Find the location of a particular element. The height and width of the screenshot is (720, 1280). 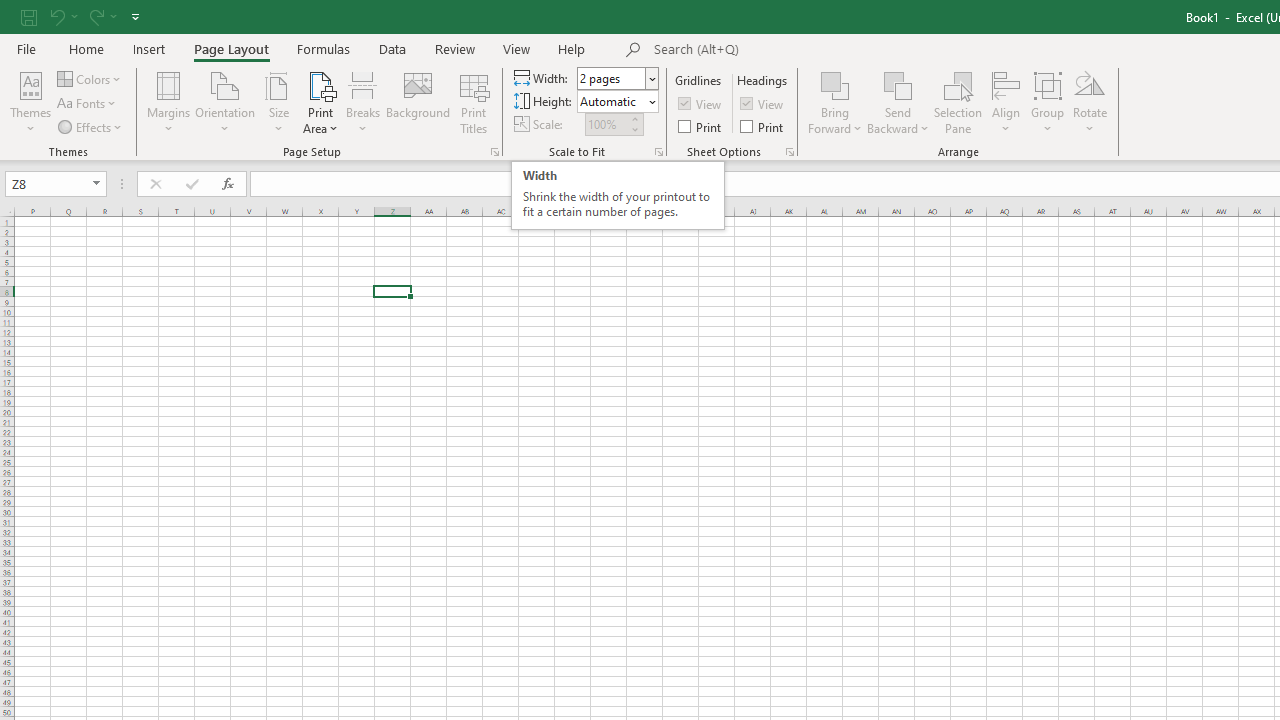

'Height' is located at coordinates (617, 101).